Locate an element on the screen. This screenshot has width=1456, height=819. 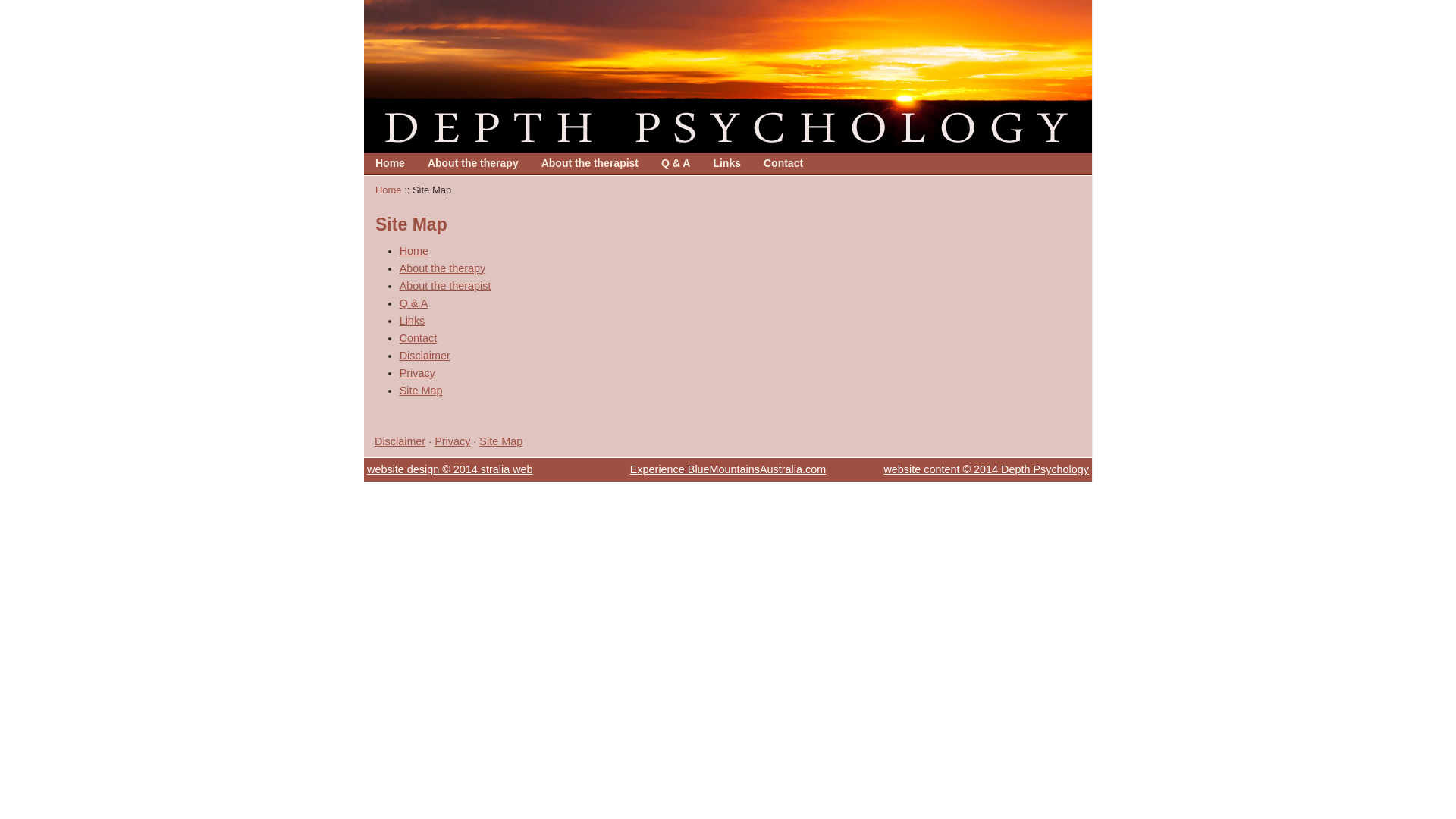
'About the therapy' is located at coordinates (472, 163).